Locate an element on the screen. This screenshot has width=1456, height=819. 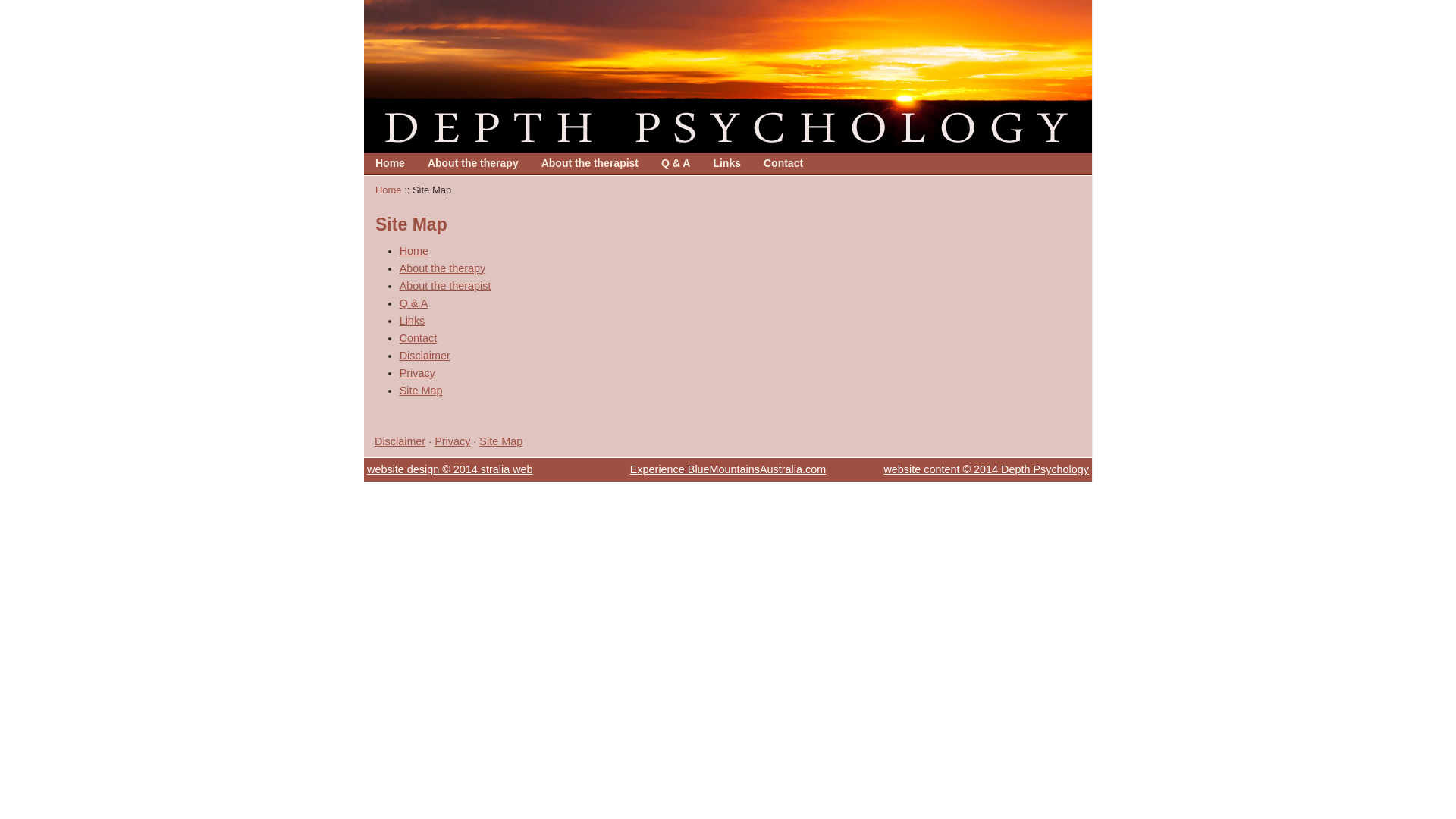
'About the therapy' is located at coordinates (472, 163).